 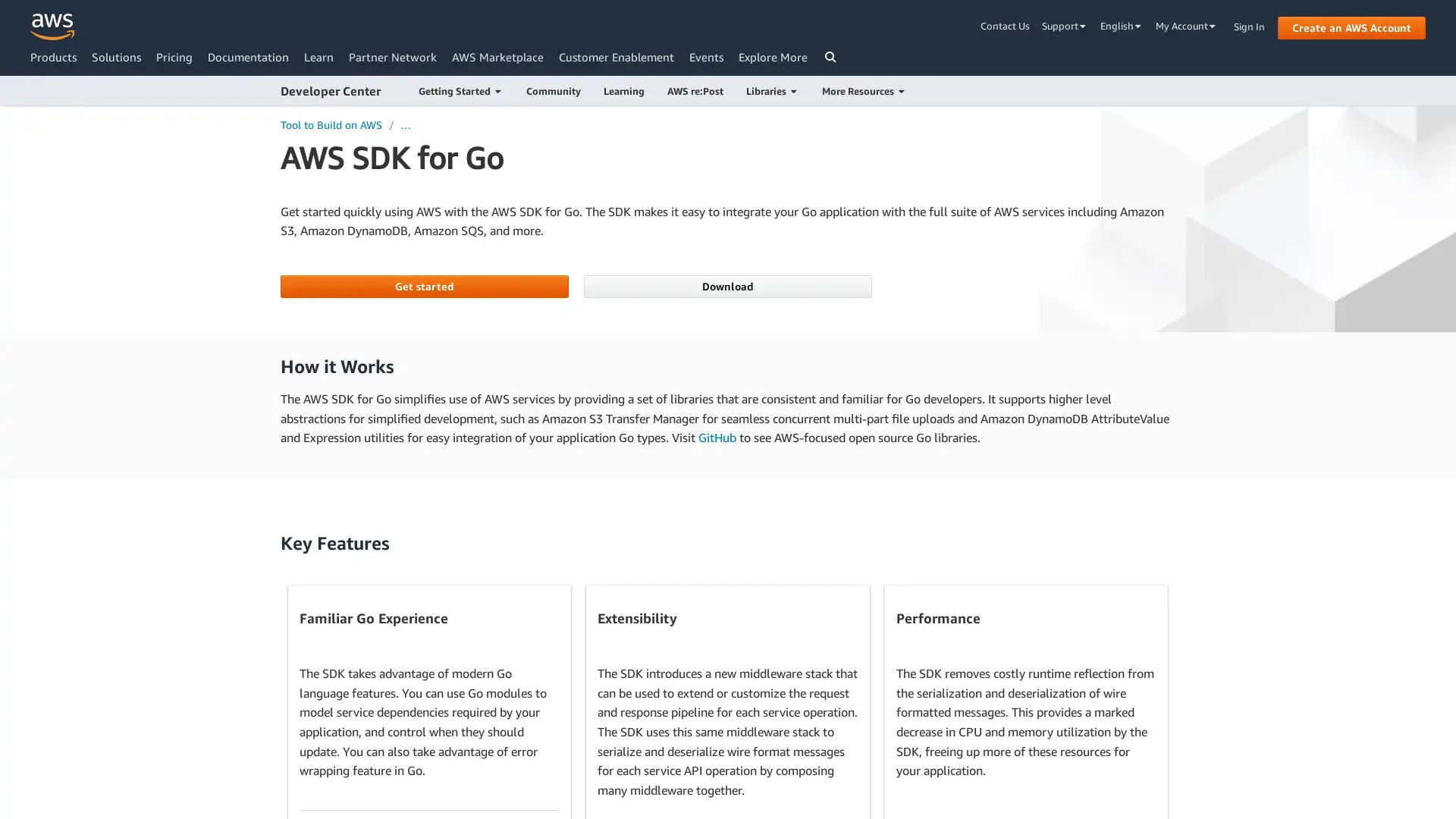 I want to click on Download, so click(x=726, y=286).